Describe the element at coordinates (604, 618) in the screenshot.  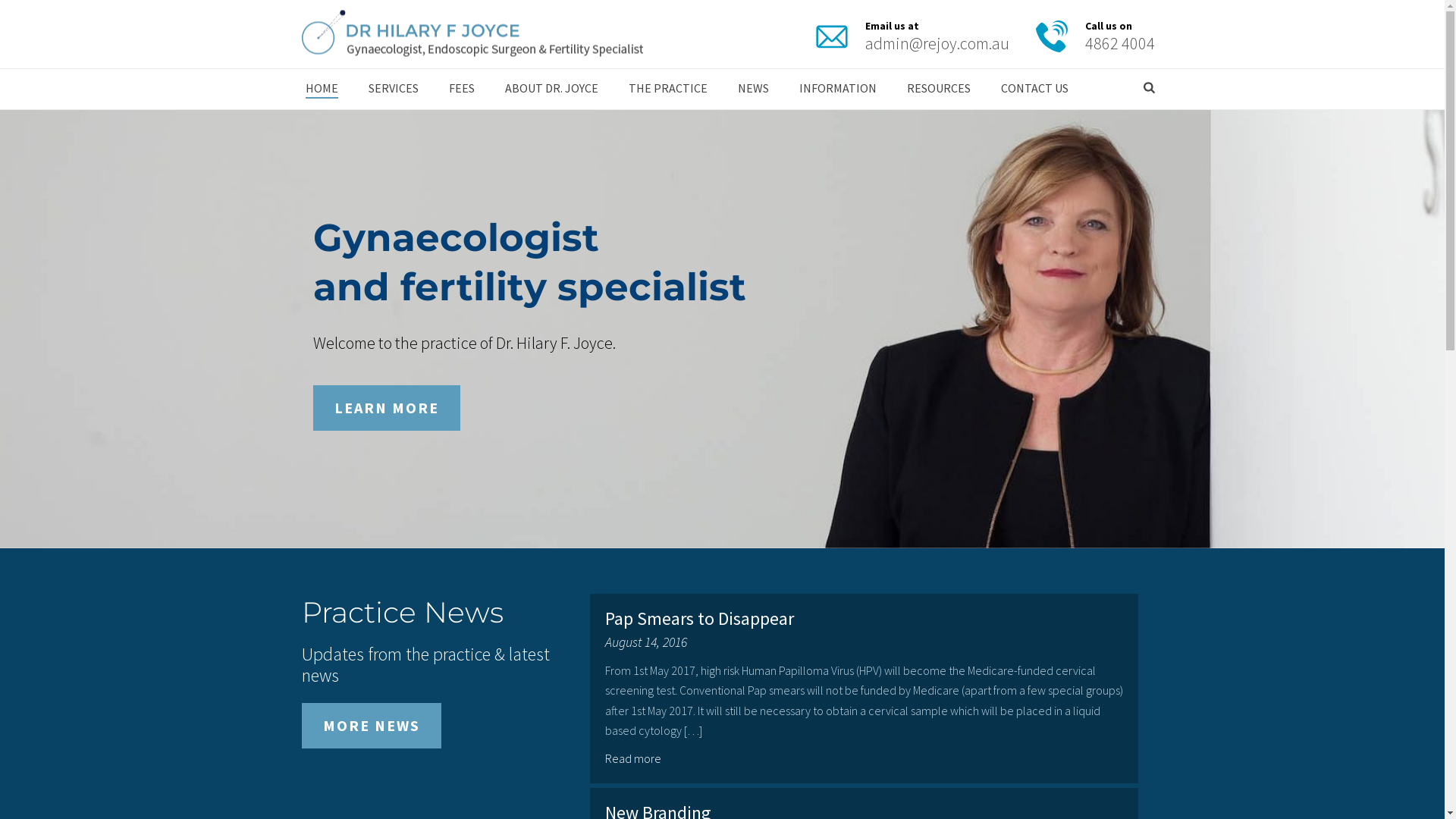
I see `'Pap Smears to Disappear'` at that location.